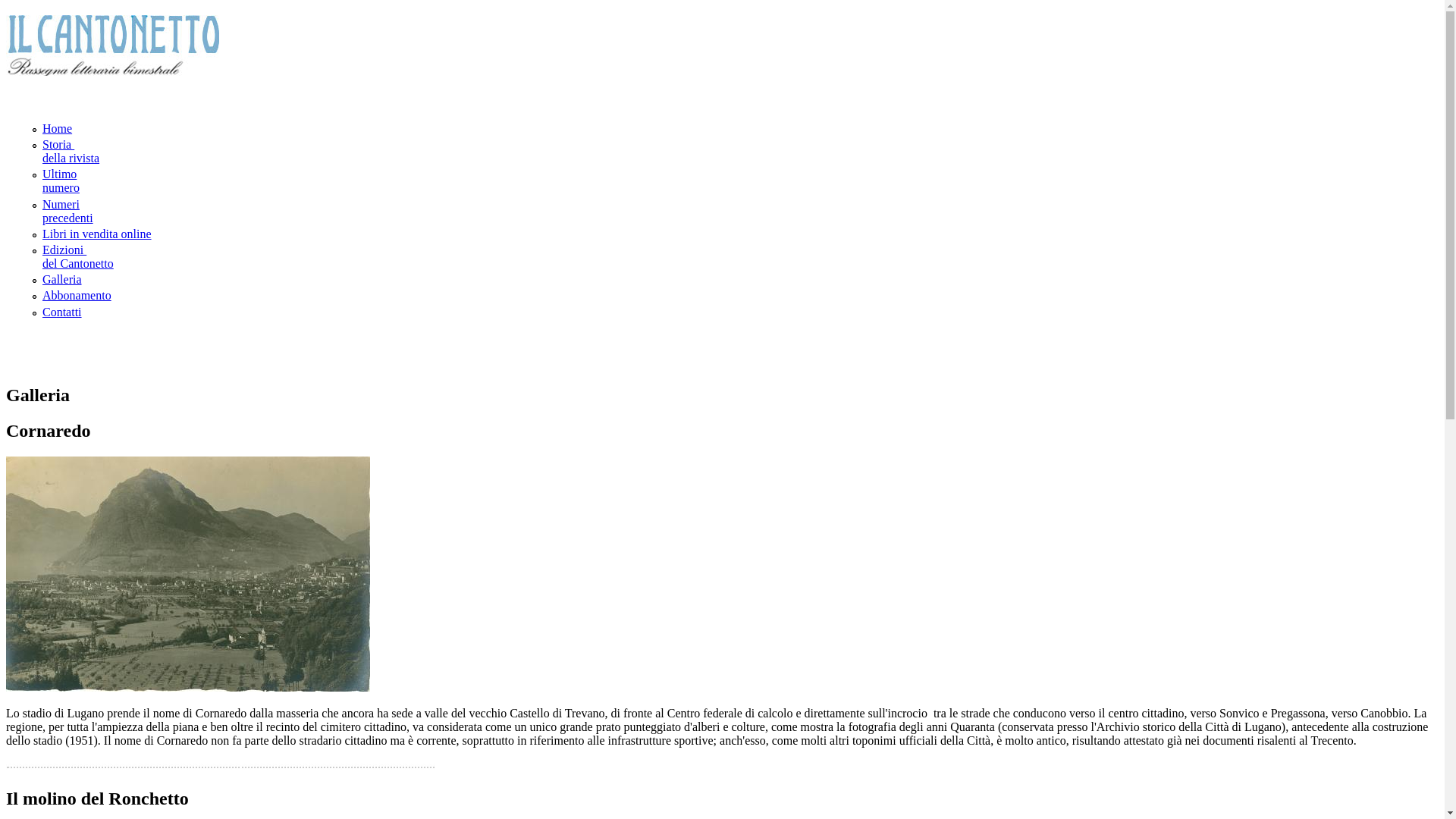 This screenshot has height=819, width=1456. What do you see at coordinates (42, 211) in the screenshot?
I see `'Numeri` at bounding box center [42, 211].